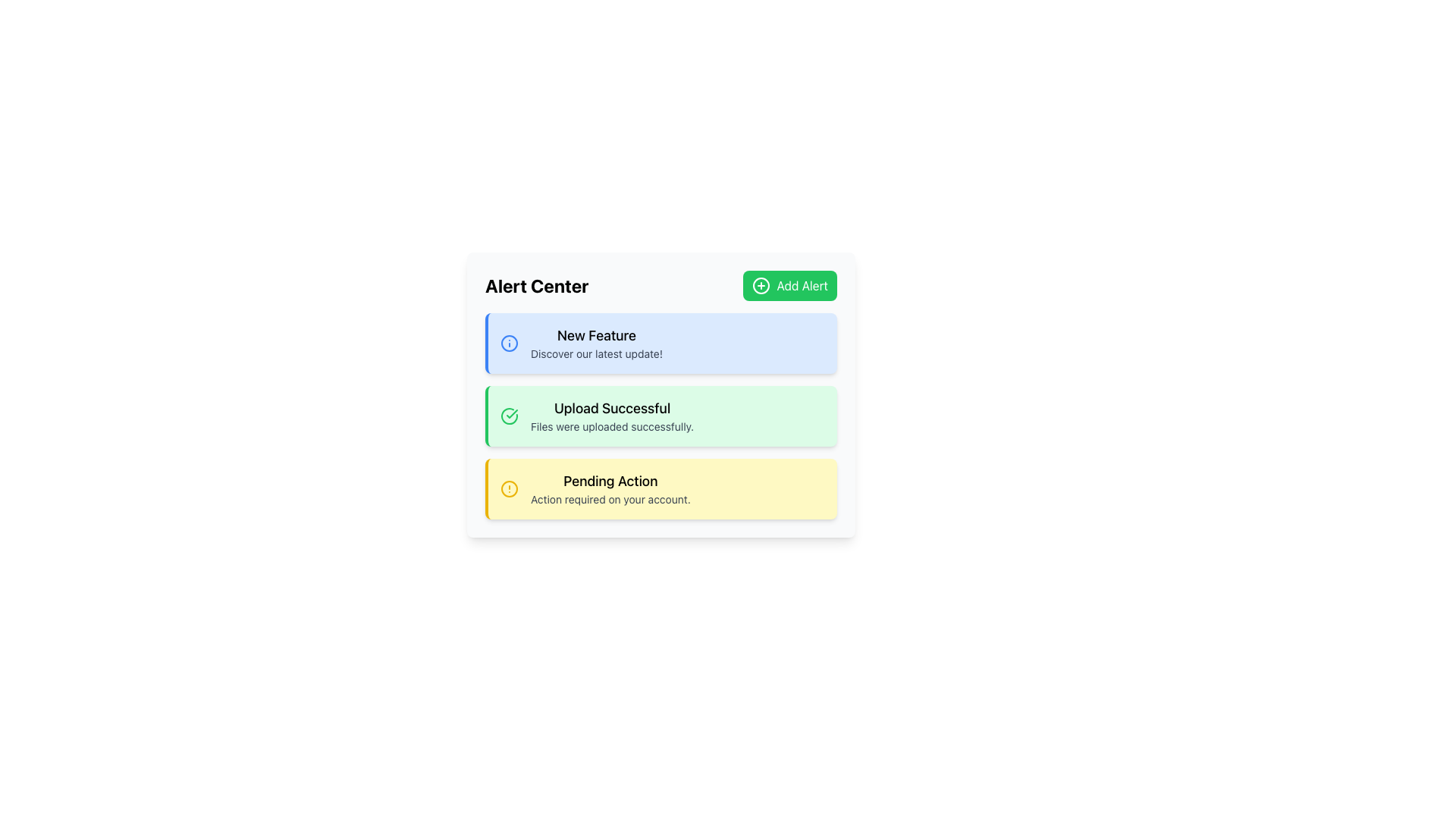 Image resolution: width=1456 pixels, height=819 pixels. I want to click on the 'Add Alert' button located at the top-right corner of the right sidebar, so click(761, 286).